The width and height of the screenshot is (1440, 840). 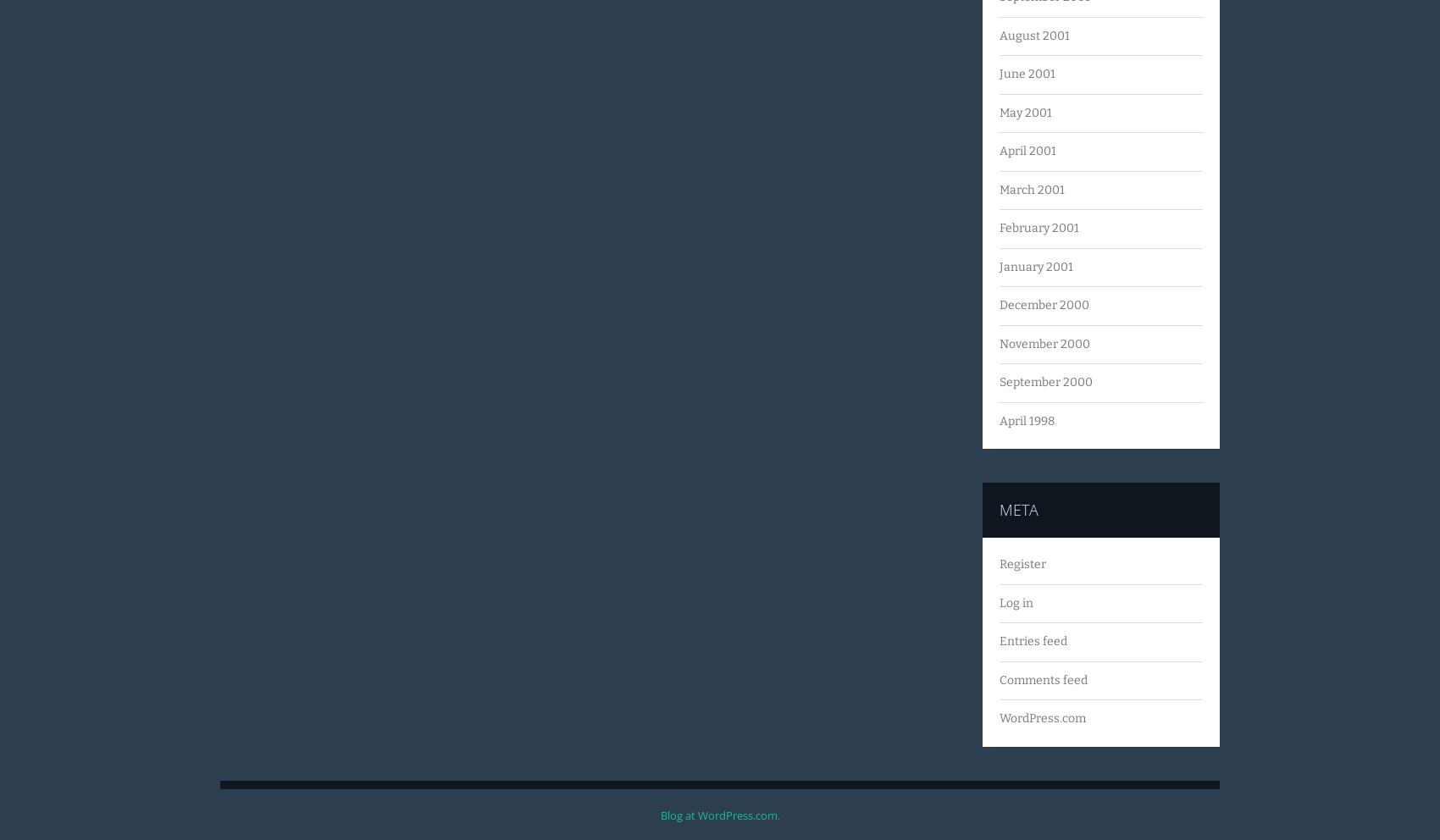 I want to click on 'November 2000', so click(x=998, y=343).